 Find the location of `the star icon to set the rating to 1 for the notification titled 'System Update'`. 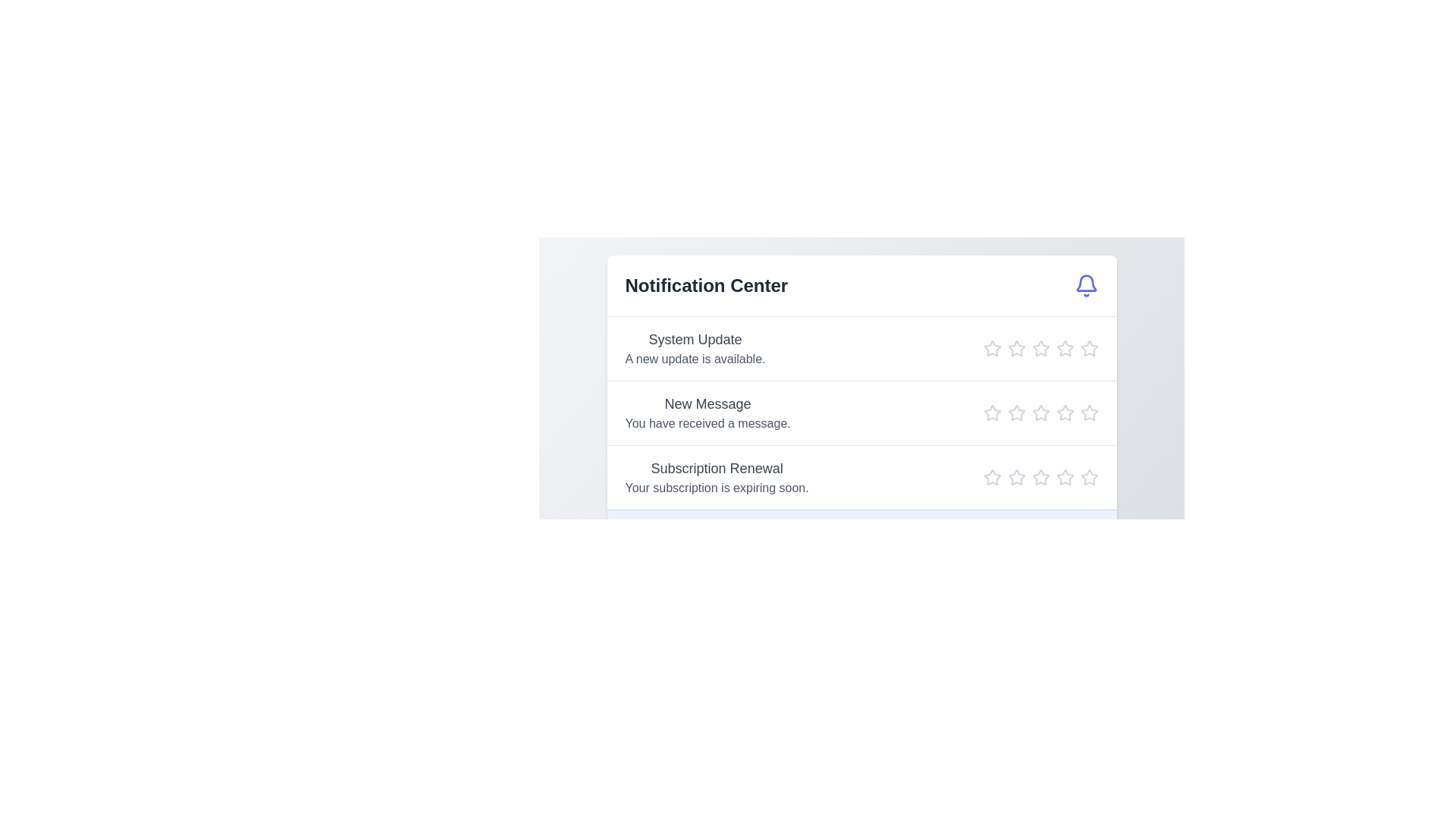

the star icon to set the rating to 1 for the notification titled 'System Update' is located at coordinates (992, 348).